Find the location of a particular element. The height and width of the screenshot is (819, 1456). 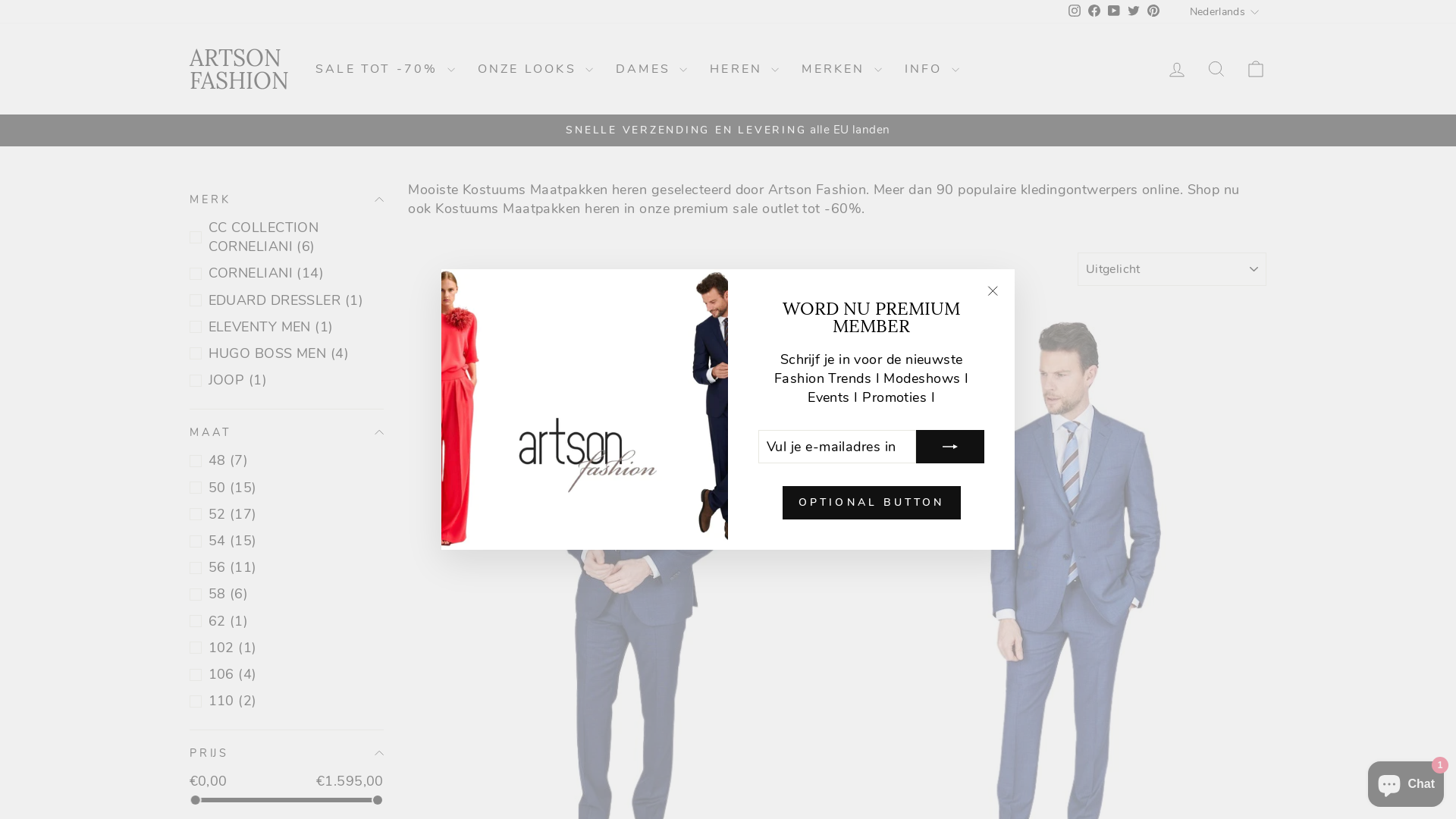

'twitter is located at coordinates (1124, 11).